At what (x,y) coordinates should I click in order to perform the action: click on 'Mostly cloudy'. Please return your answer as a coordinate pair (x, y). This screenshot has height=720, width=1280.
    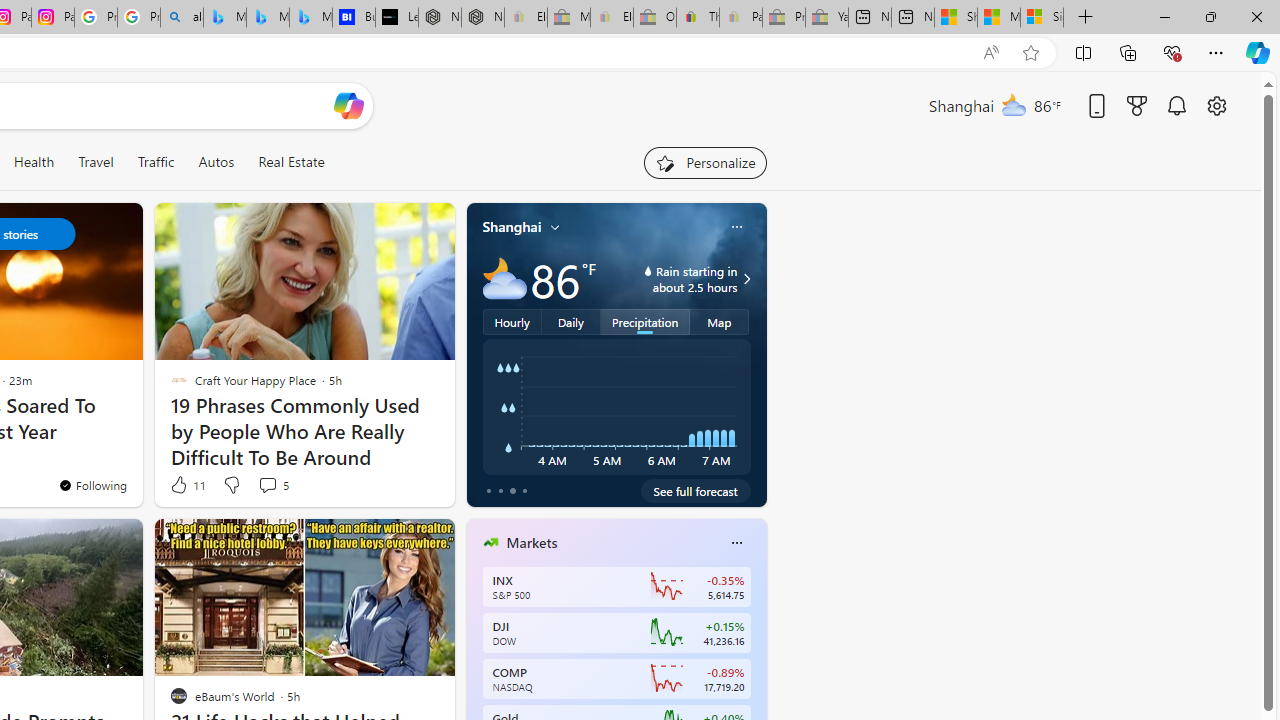
    Looking at the image, I should click on (504, 279).